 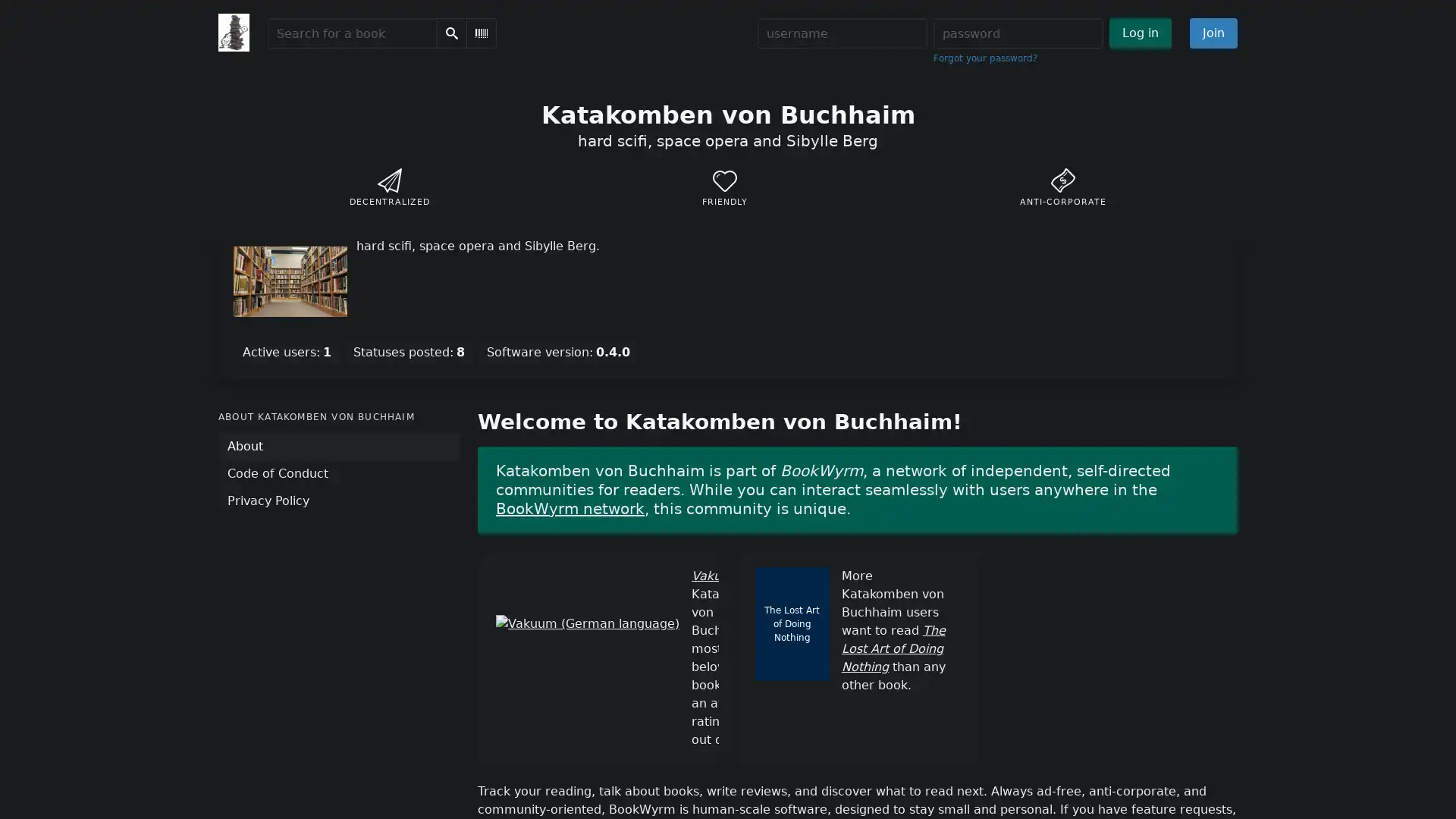 What do you see at coordinates (1139, 33) in the screenshot?
I see `Log in` at bounding box center [1139, 33].